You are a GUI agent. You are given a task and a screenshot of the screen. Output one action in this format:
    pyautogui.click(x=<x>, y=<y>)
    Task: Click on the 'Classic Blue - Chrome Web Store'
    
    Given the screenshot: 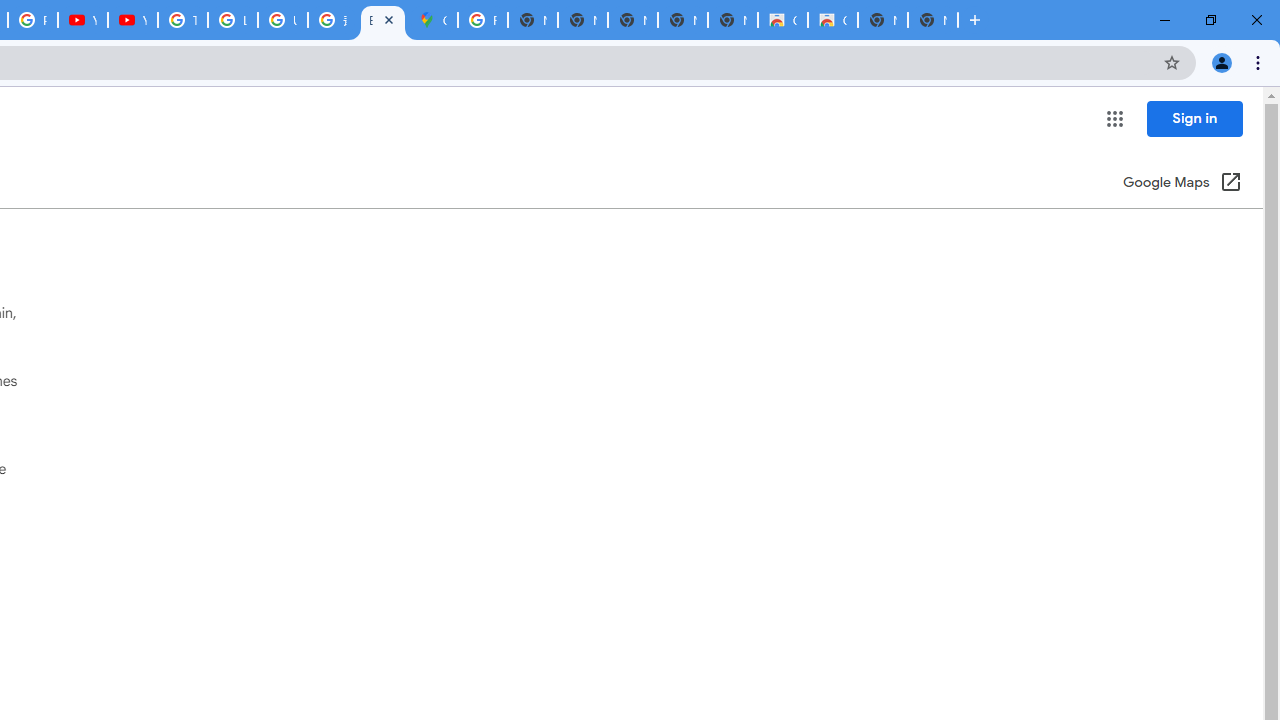 What is the action you would take?
    pyautogui.click(x=832, y=20)
    